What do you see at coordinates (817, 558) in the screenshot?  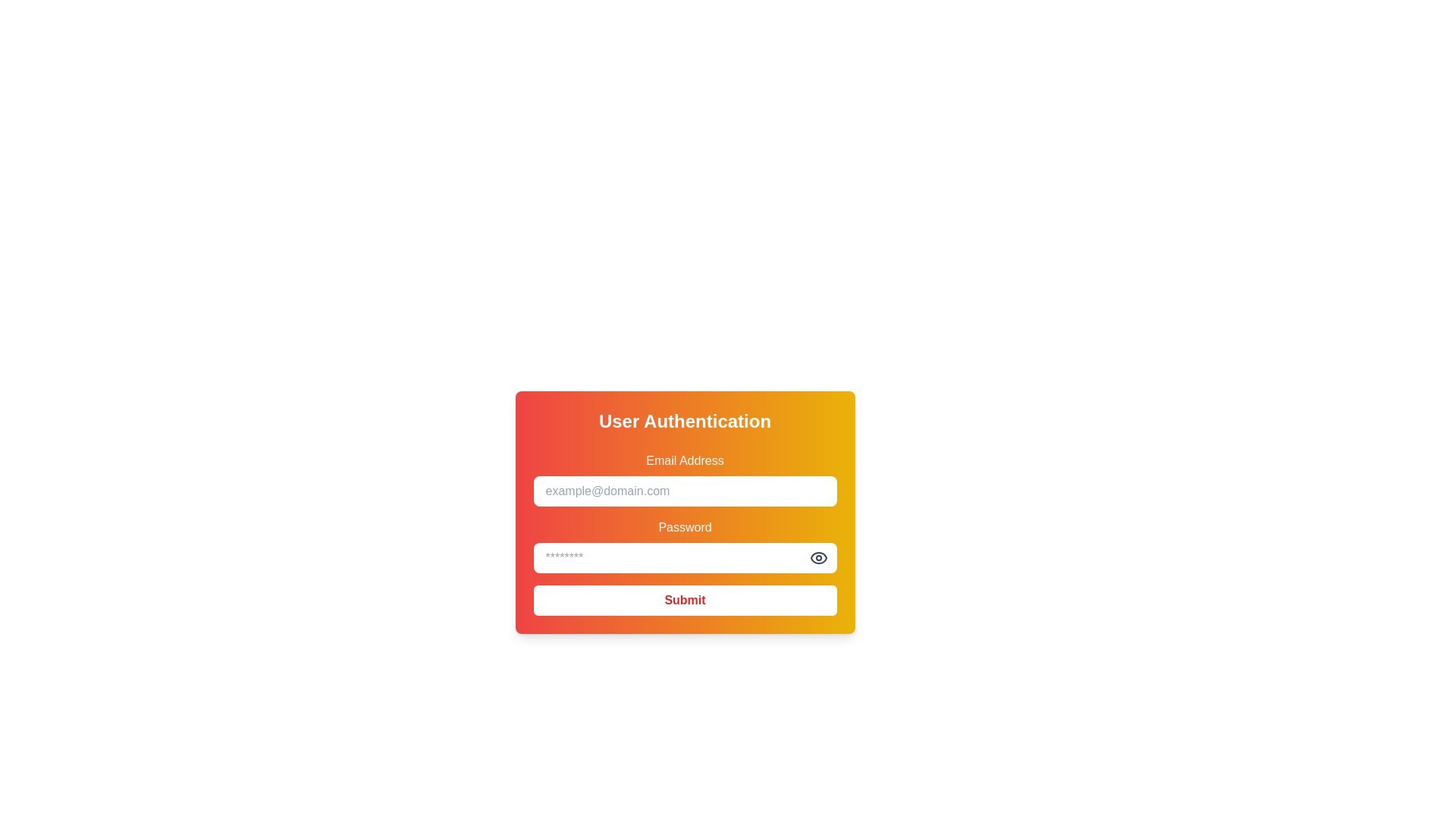 I see `the small circular button with an eye icon, located on the right side of the password input field` at bounding box center [817, 558].